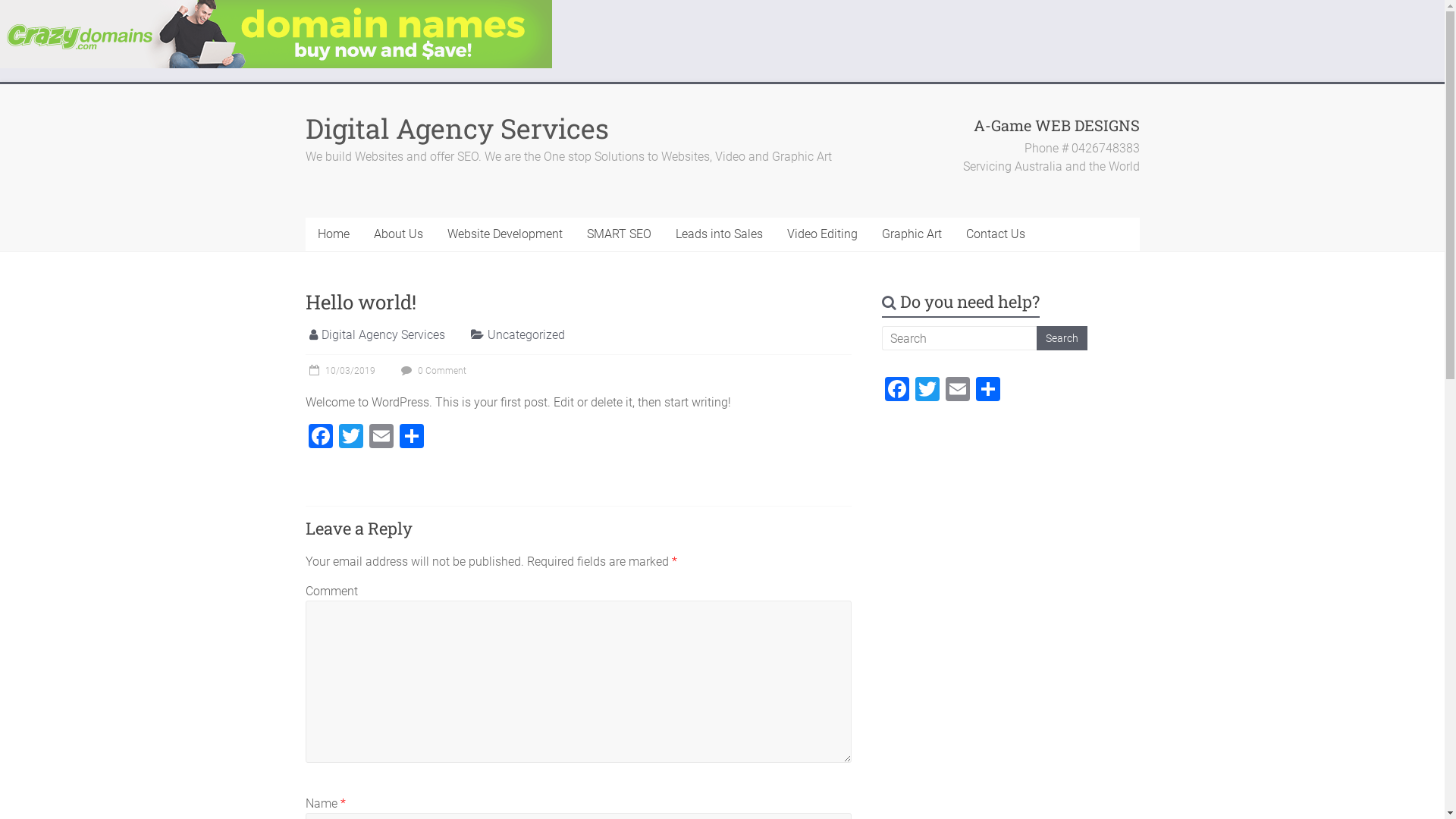 This screenshot has height=819, width=1456. I want to click on '10/03/2019', so click(304, 371).